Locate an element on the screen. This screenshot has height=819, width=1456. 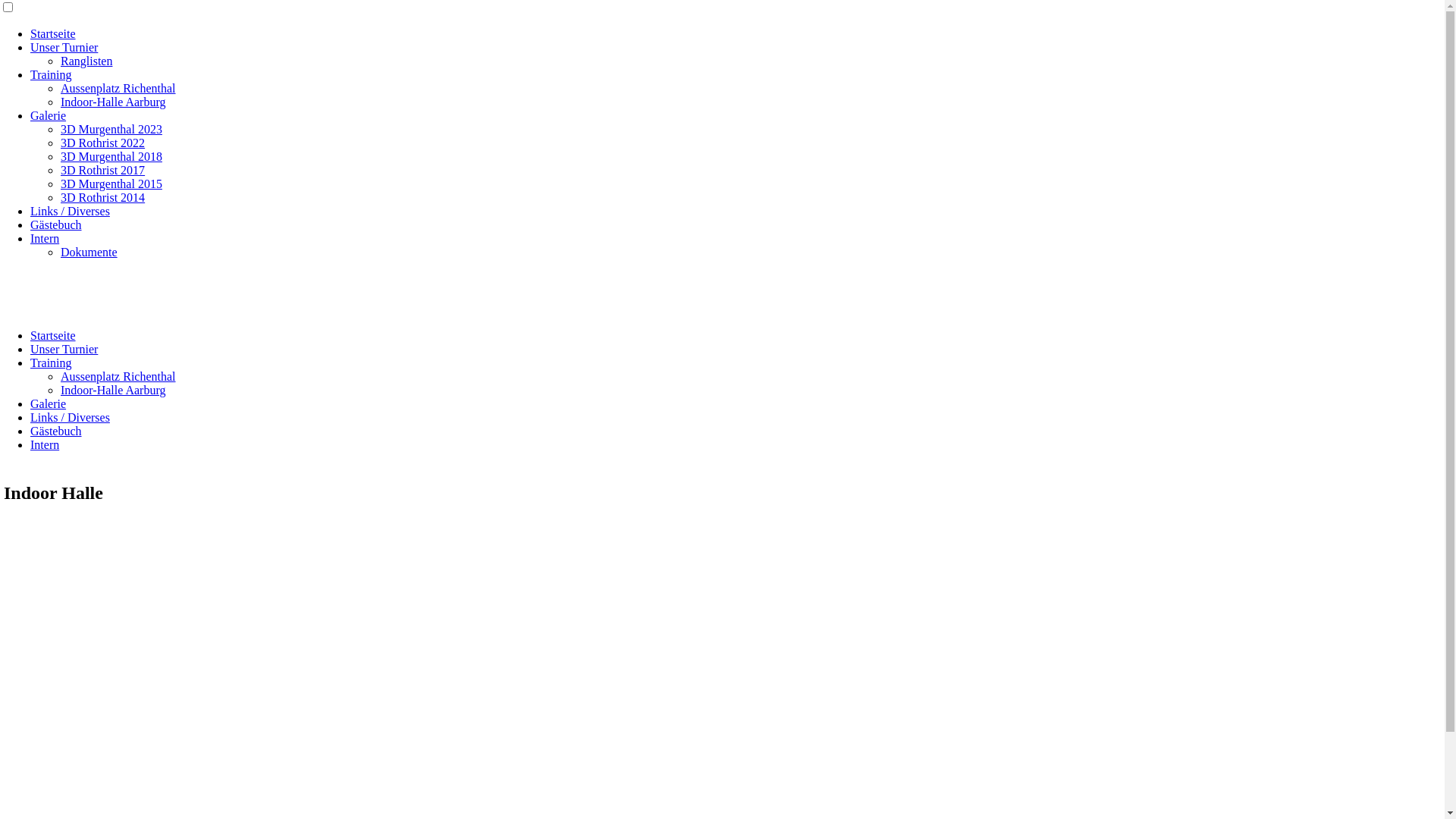
'Galerie' is located at coordinates (48, 403).